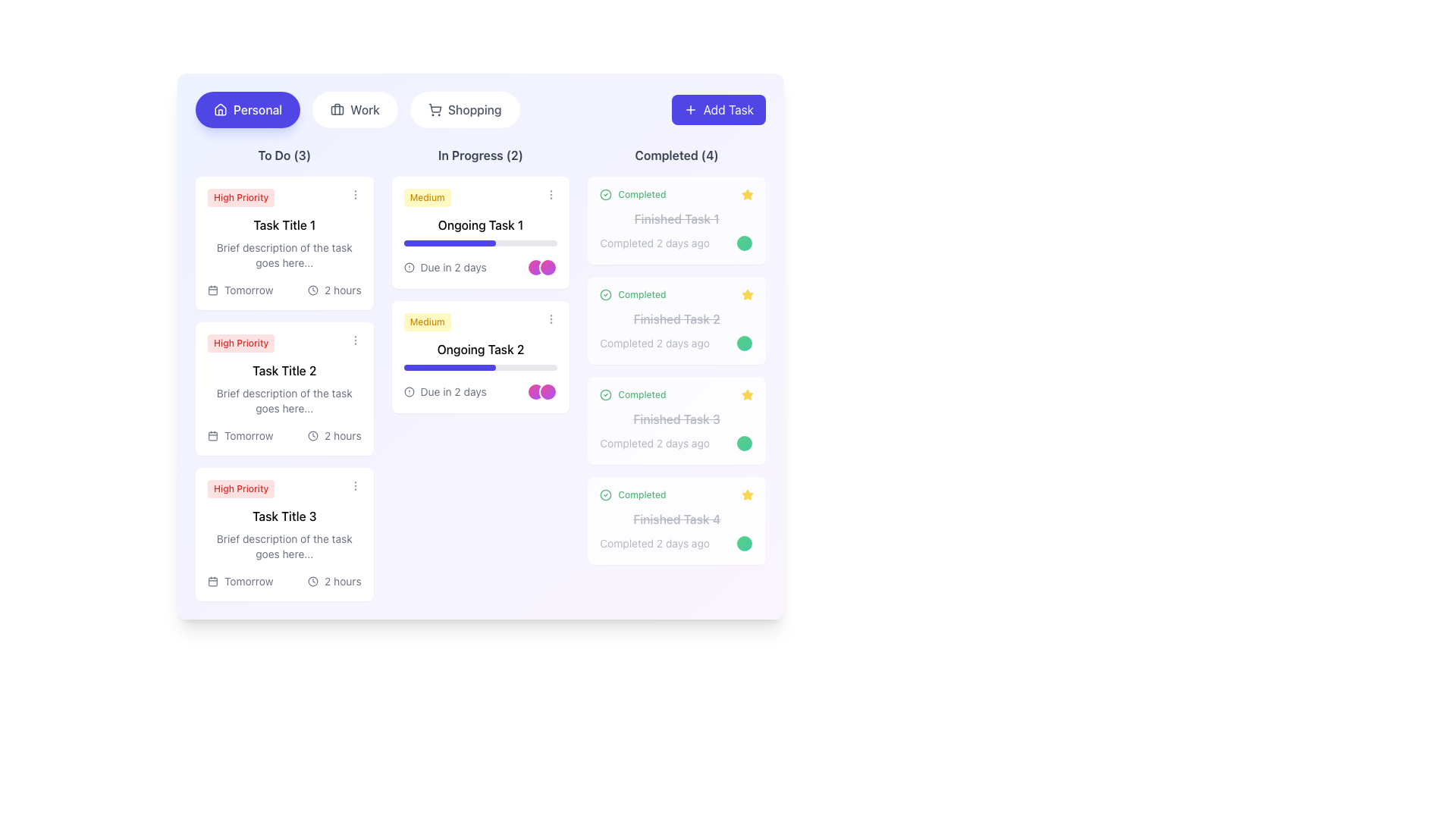  Describe the element at coordinates (212, 581) in the screenshot. I see `the calendar icon element within the 'To Do' task card titled 'Task Title 3'` at that location.